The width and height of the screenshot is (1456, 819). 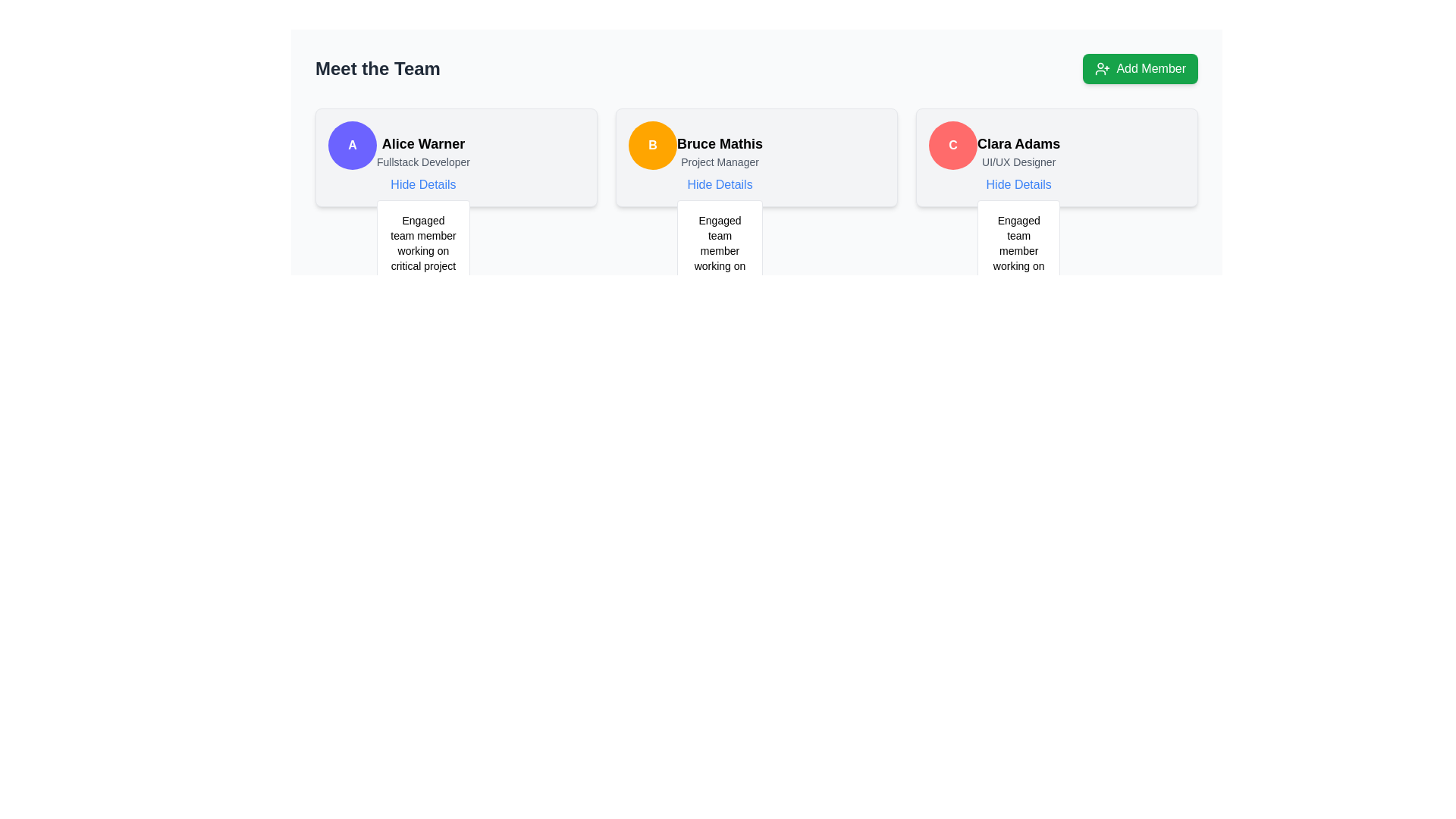 What do you see at coordinates (1018, 164) in the screenshot?
I see `profile information displayed in the Profile Information Block for Clara Adams, which includes her name, role, and a 'Hide Details' link` at bounding box center [1018, 164].